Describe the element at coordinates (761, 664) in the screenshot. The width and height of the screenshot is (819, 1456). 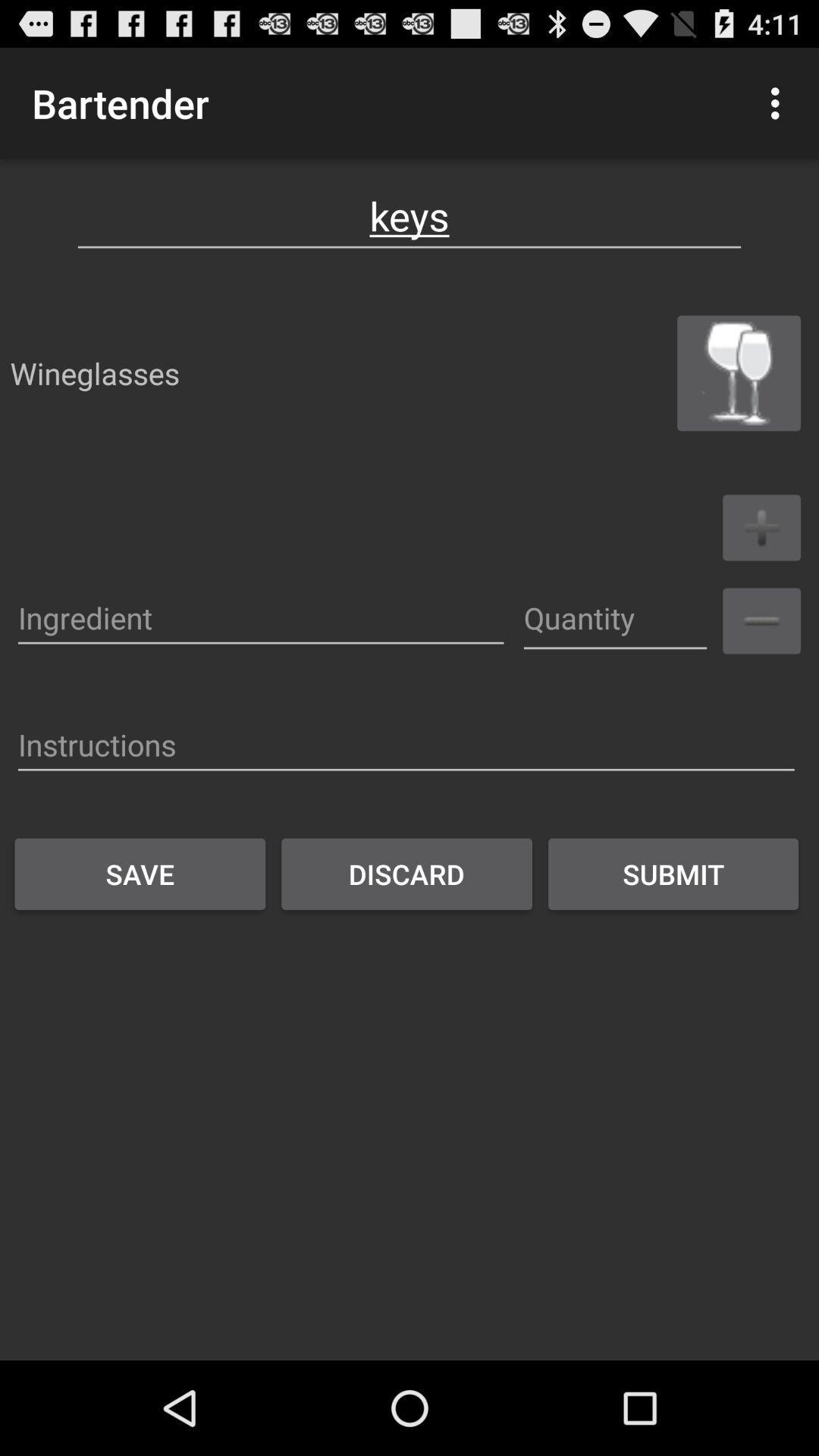
I see `the minus icon` at that location.